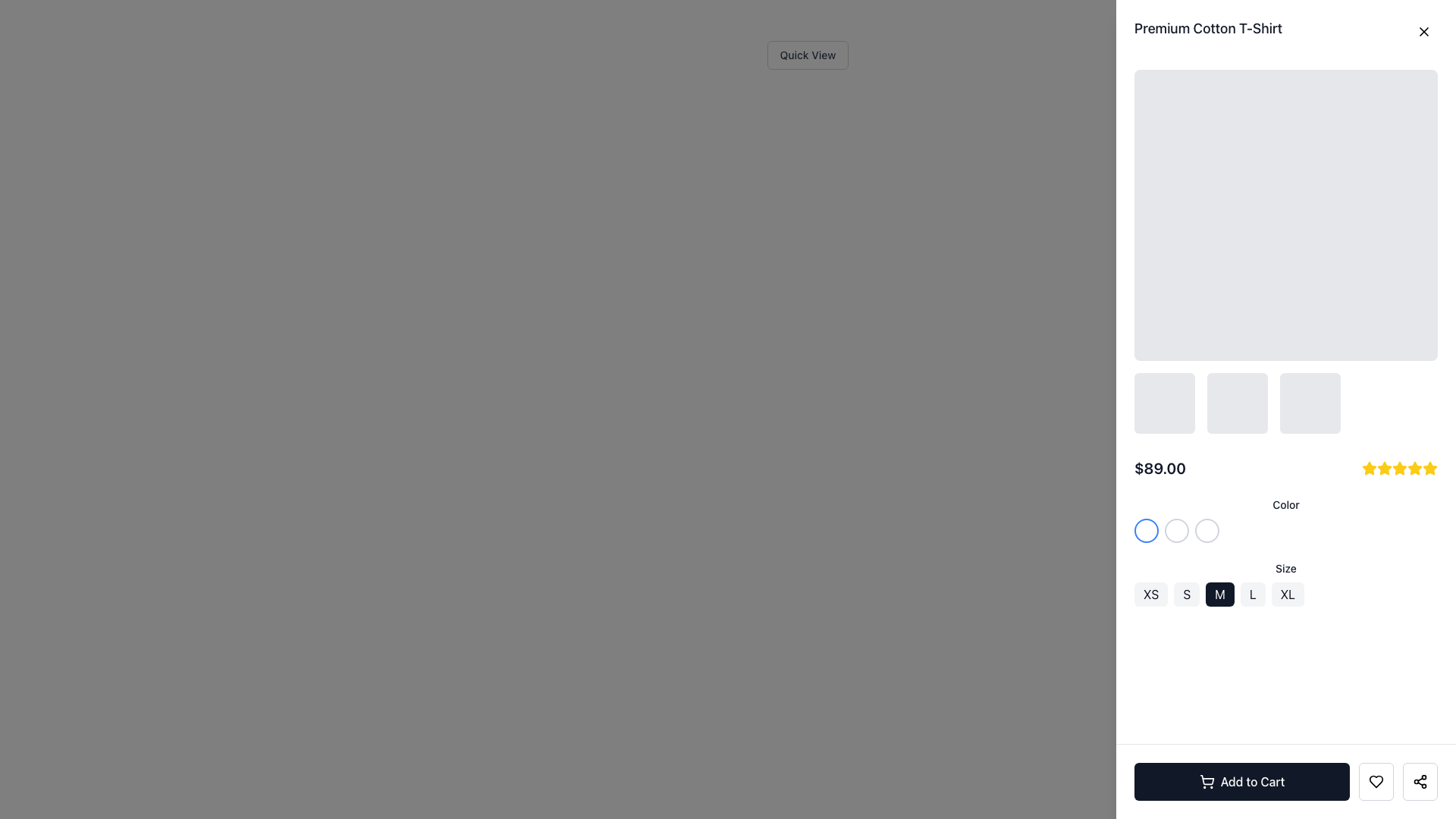 The image size is (1456, 819). What do you see at coordinates (1376, 781) in the screenshot?
I see `the favorite icon located in the bottom-right corner of the interface to mark the item as favorite` at bounding box center [1376, 781].